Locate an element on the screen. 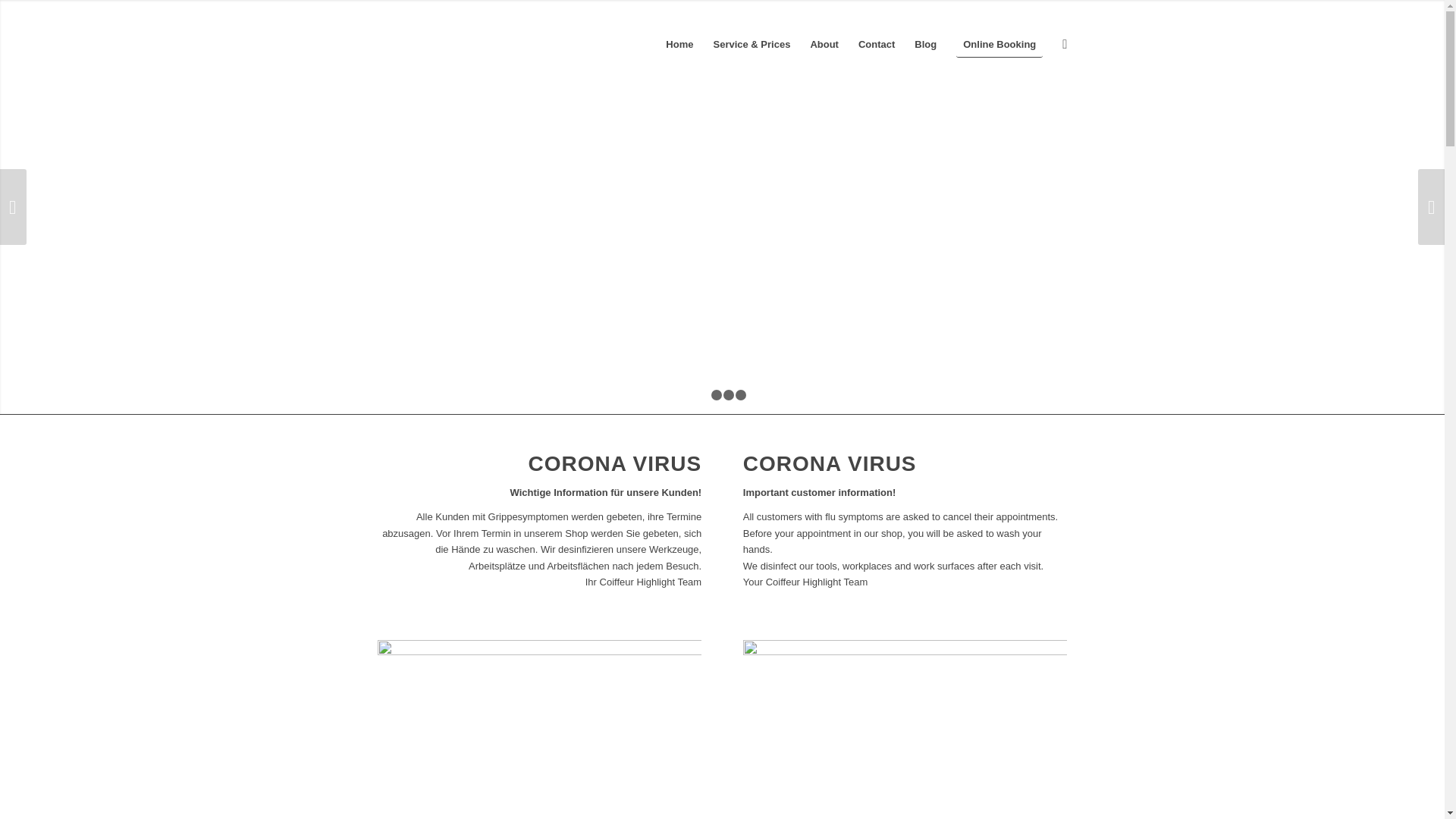 This screenshot has height=819, width=1456. 'About' is located at coordinates (823, 43).